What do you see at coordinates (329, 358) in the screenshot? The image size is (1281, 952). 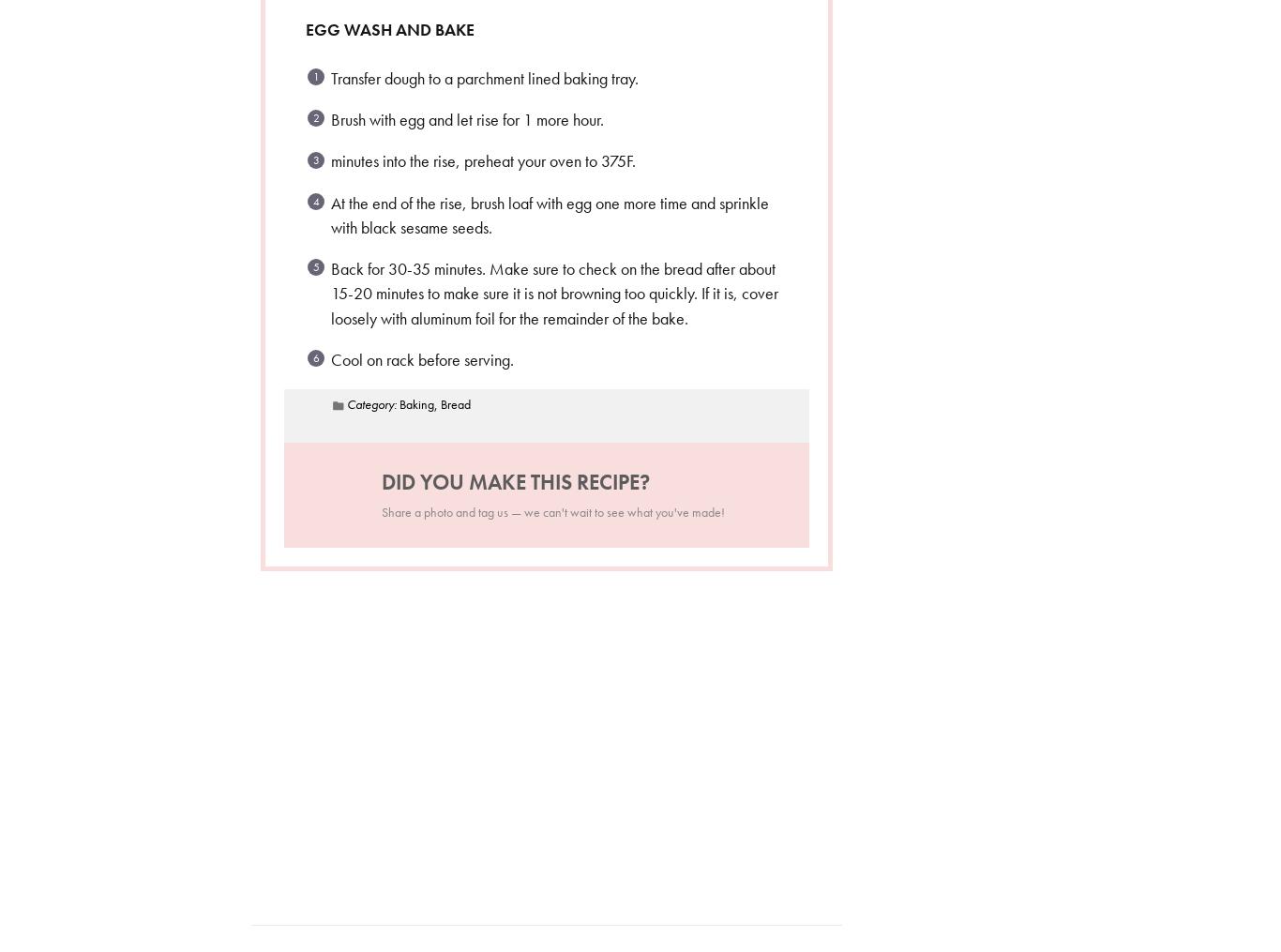 I see `'Cool on rack before serving.'` at bounding box center [329, 358].